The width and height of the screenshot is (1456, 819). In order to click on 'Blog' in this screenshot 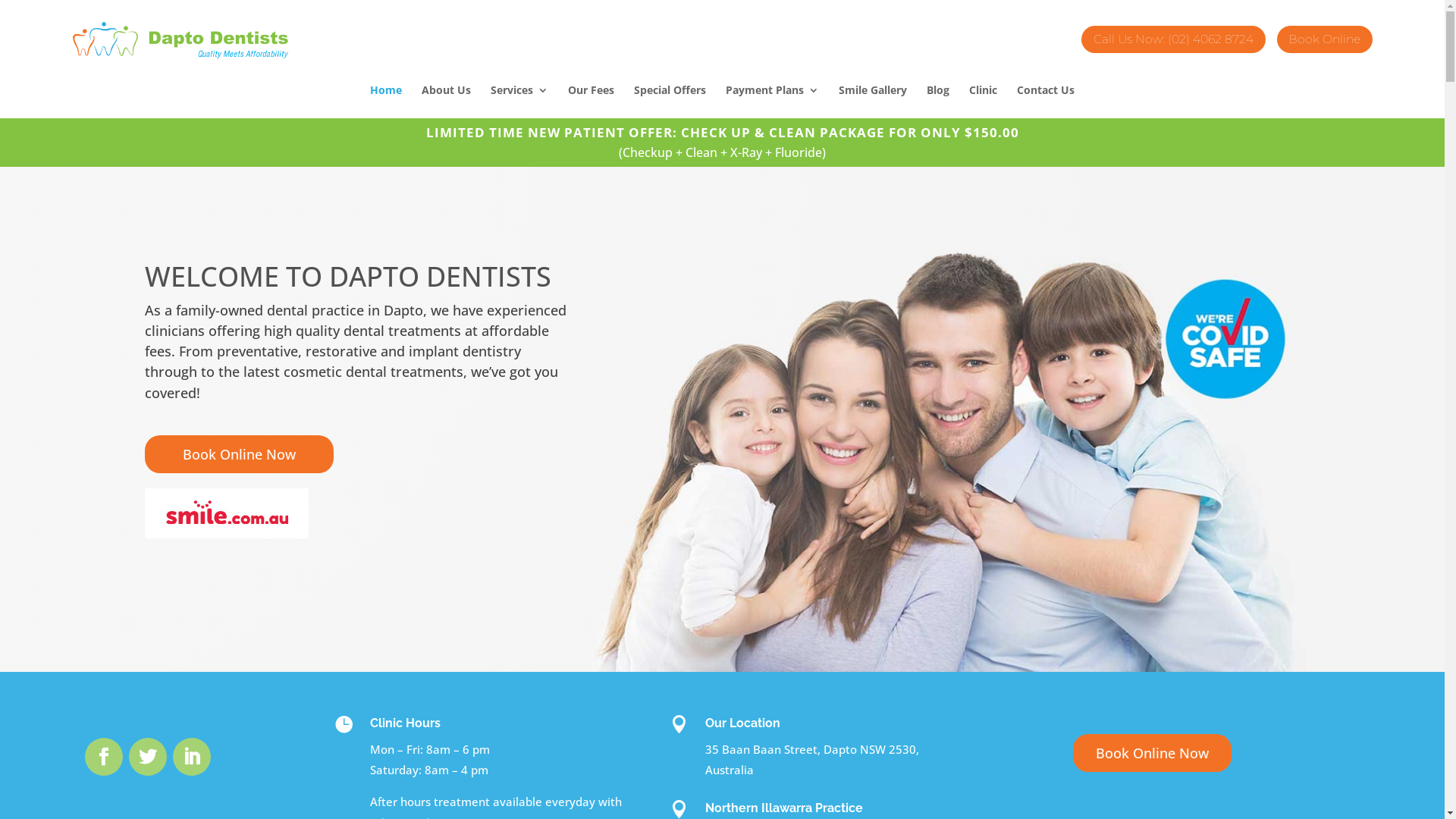, I will do `click(937, 102)`.